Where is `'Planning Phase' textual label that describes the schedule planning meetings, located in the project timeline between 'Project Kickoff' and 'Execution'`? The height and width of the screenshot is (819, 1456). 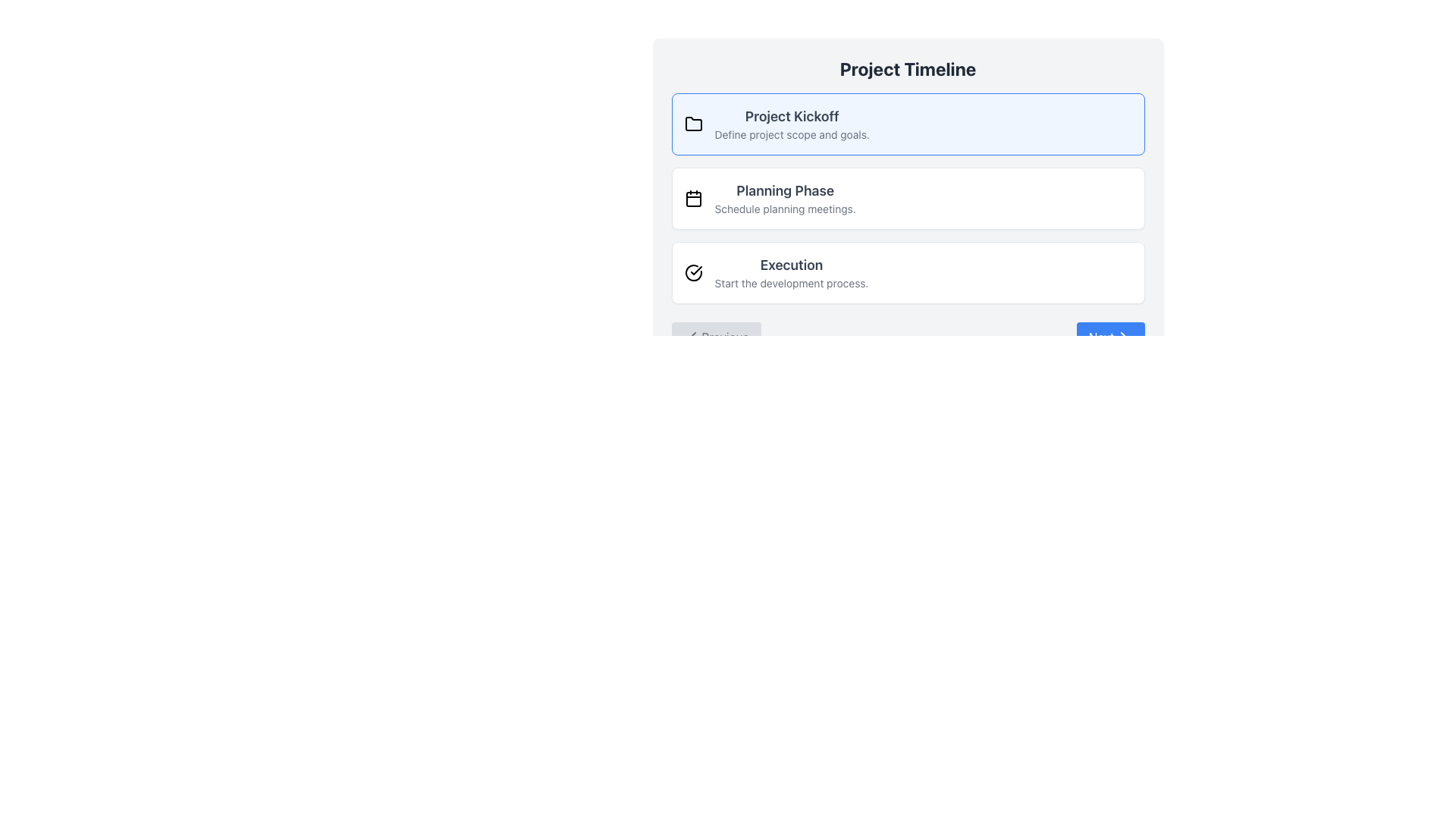
'Planning Phase' textual label that describes the schedule planning meetings, located in the project timeline between 'Project Kickoff' and 'Execution' is located at coordinates (785, 198).